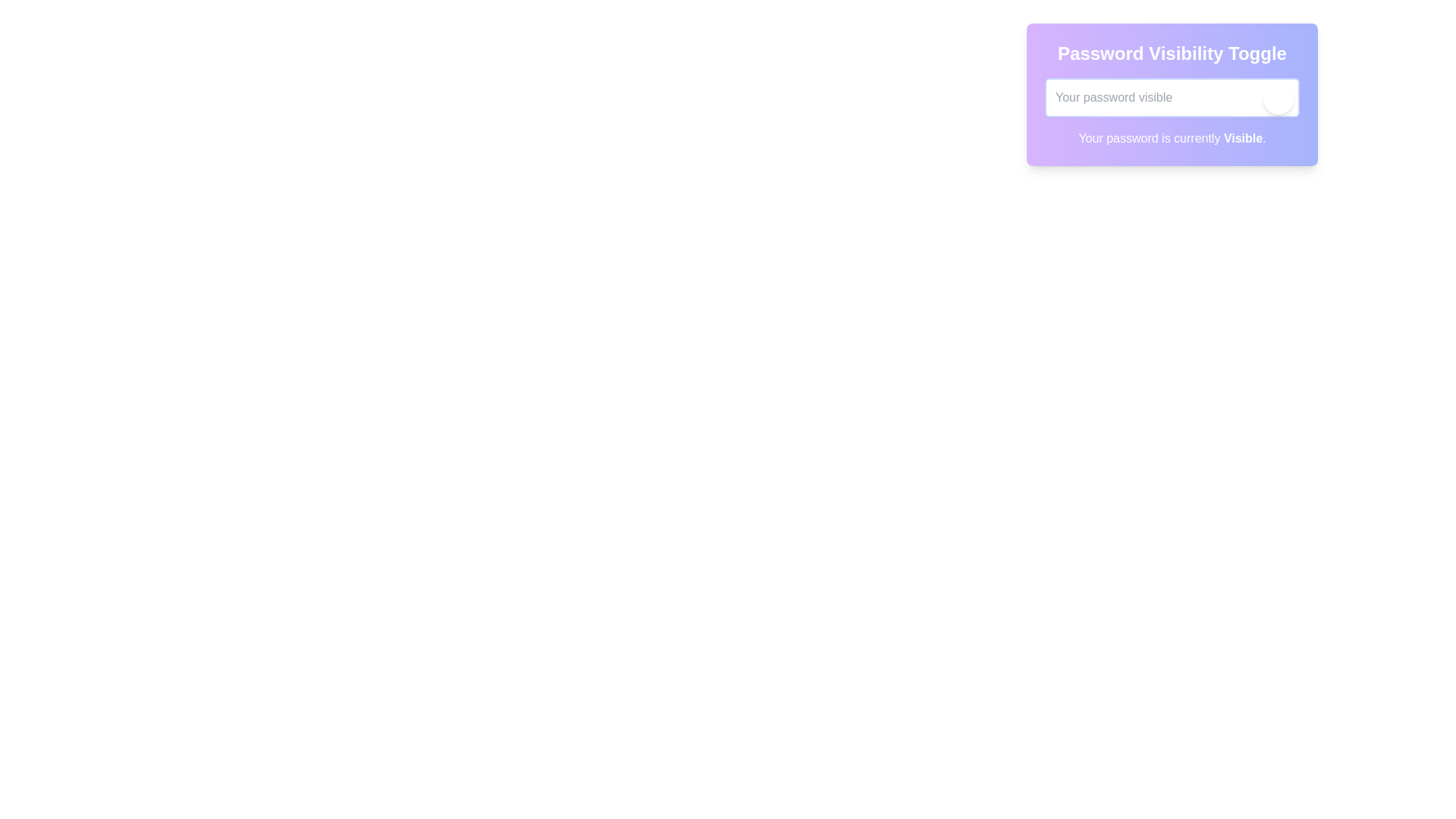  What do you see at coordinates (1171, 97) in the screenshot?
I see `the password input field to focus it for text editing` at bounding box center [1171, 97].